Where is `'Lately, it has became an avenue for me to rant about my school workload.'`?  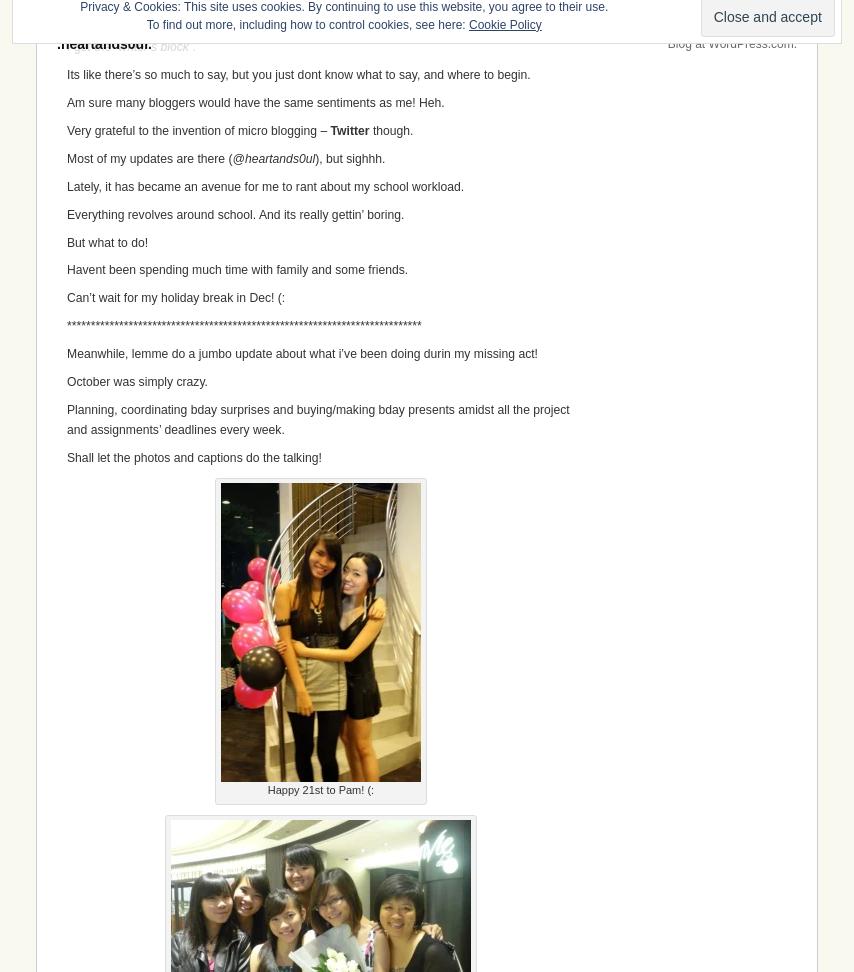 'Lately, it has became an avenue for me to rant about my school workload.' is located at coordinates (66, 185).